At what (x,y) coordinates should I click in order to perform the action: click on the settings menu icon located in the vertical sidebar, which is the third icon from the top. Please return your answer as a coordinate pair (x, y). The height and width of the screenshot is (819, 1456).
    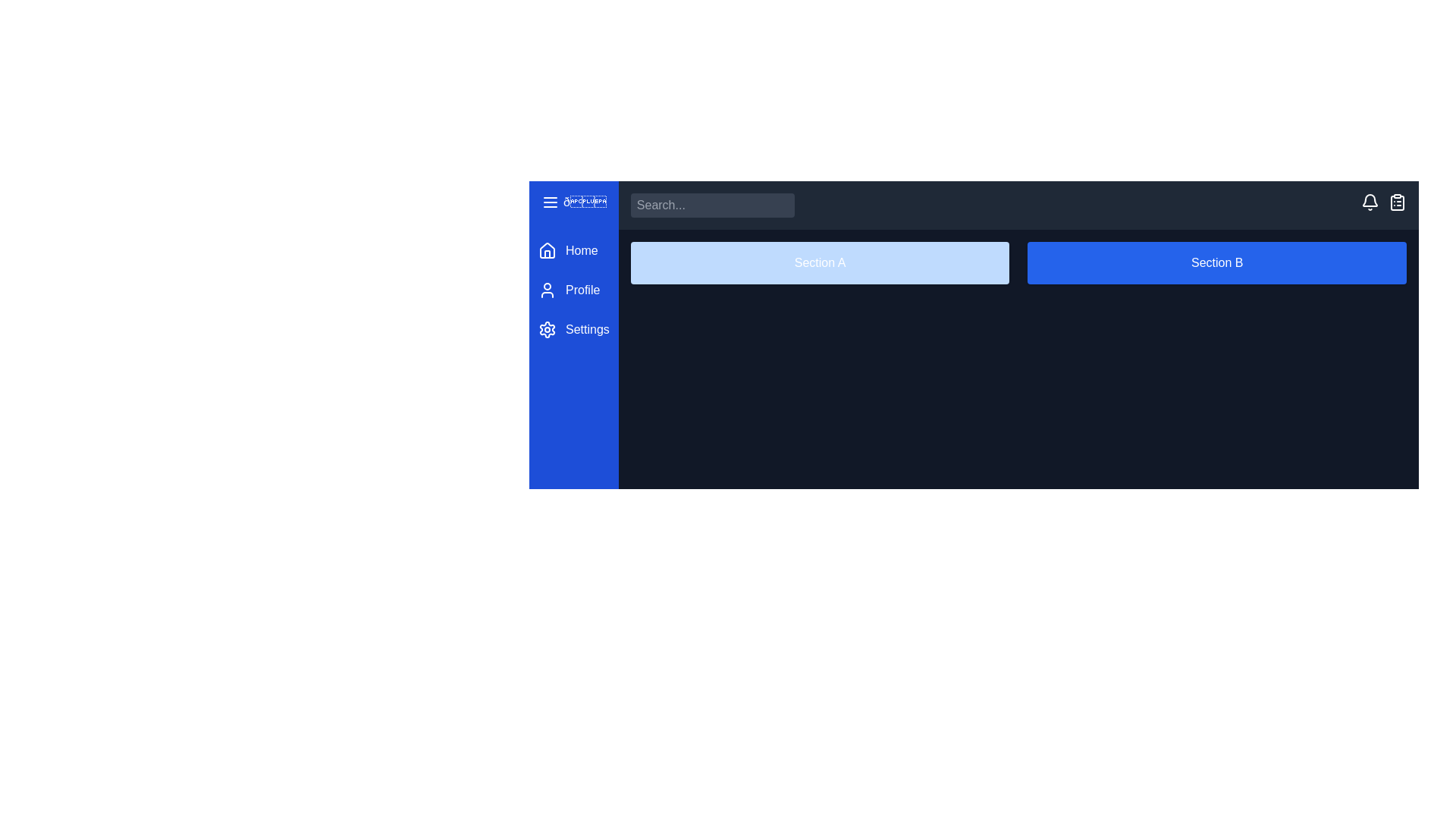
    Looking at the image, I should click on (546, 329).